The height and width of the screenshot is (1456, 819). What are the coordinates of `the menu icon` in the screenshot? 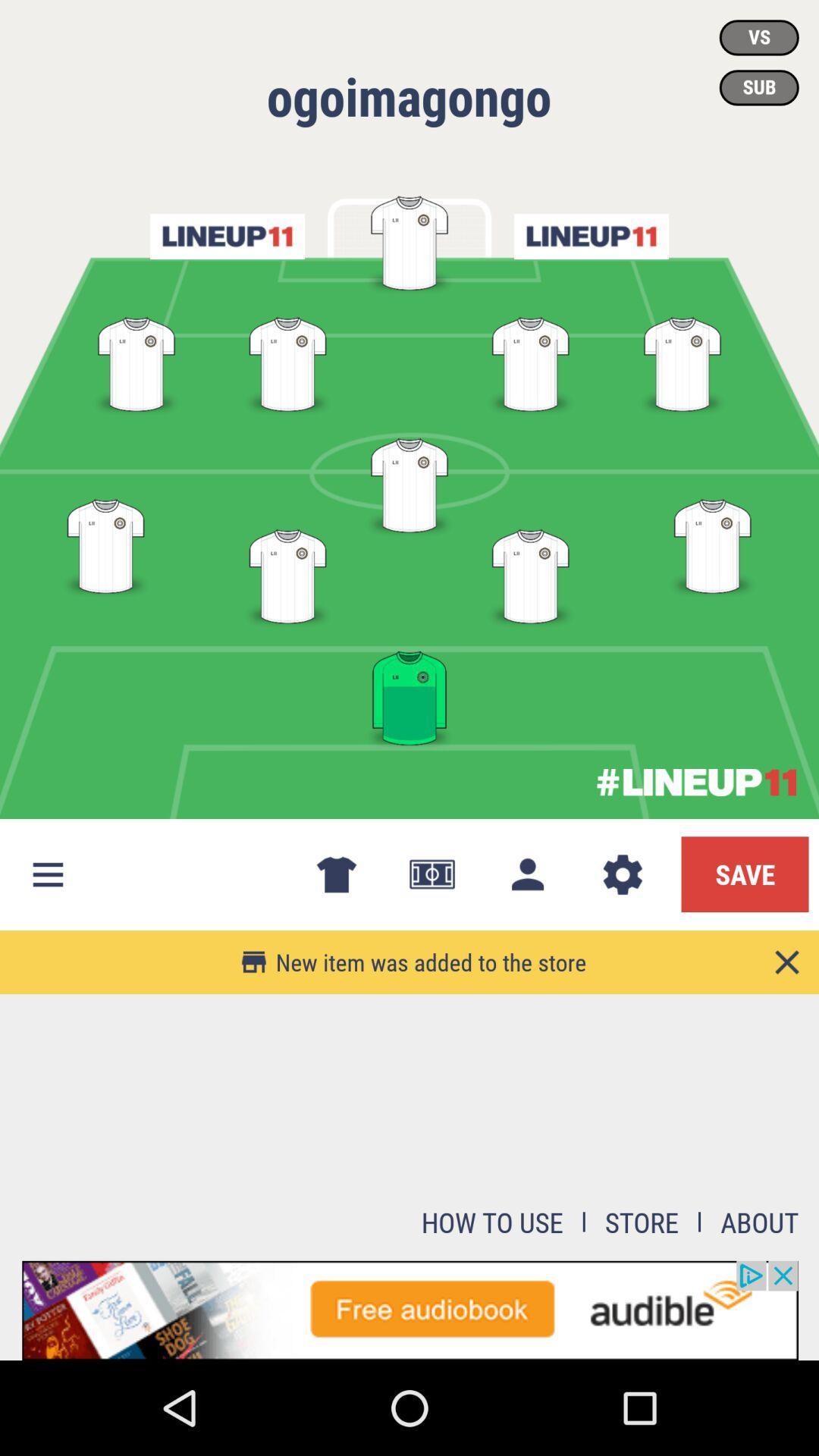 It's located at (46, 874).